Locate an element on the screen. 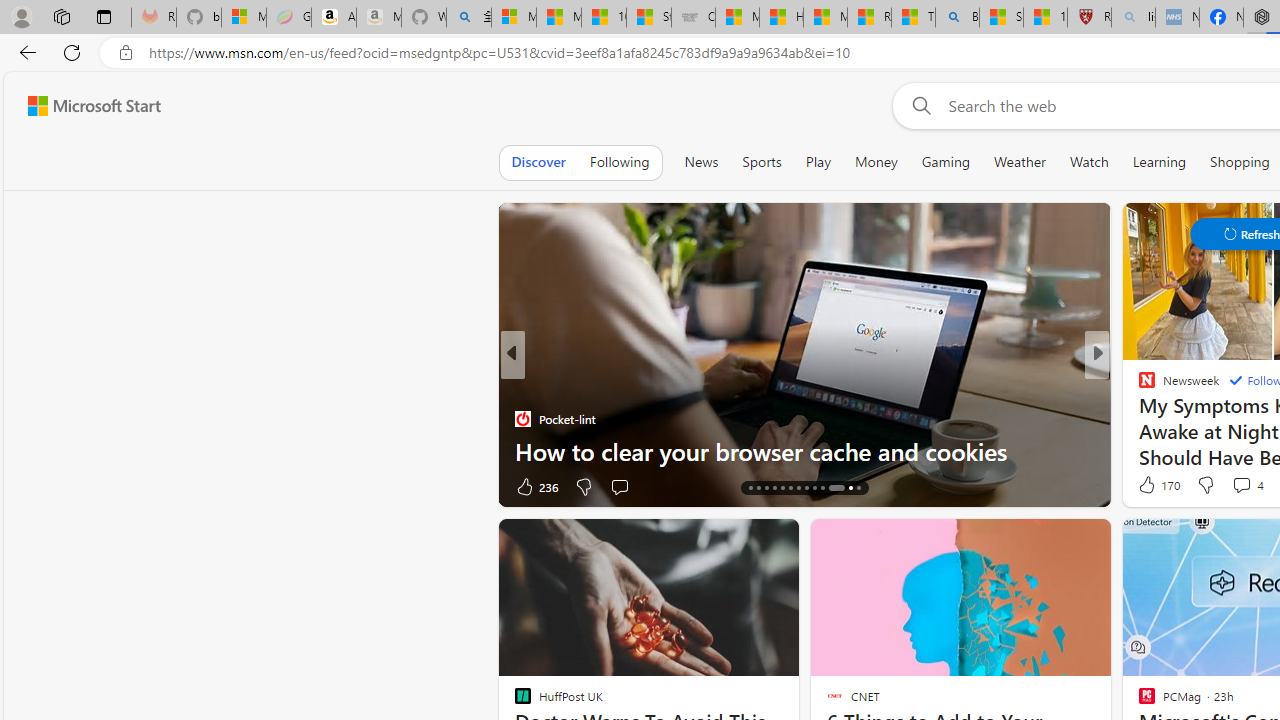 The height and width of the screenshot is (720, 1280). 'Start the conversation' is located at coordinates (618, 486).